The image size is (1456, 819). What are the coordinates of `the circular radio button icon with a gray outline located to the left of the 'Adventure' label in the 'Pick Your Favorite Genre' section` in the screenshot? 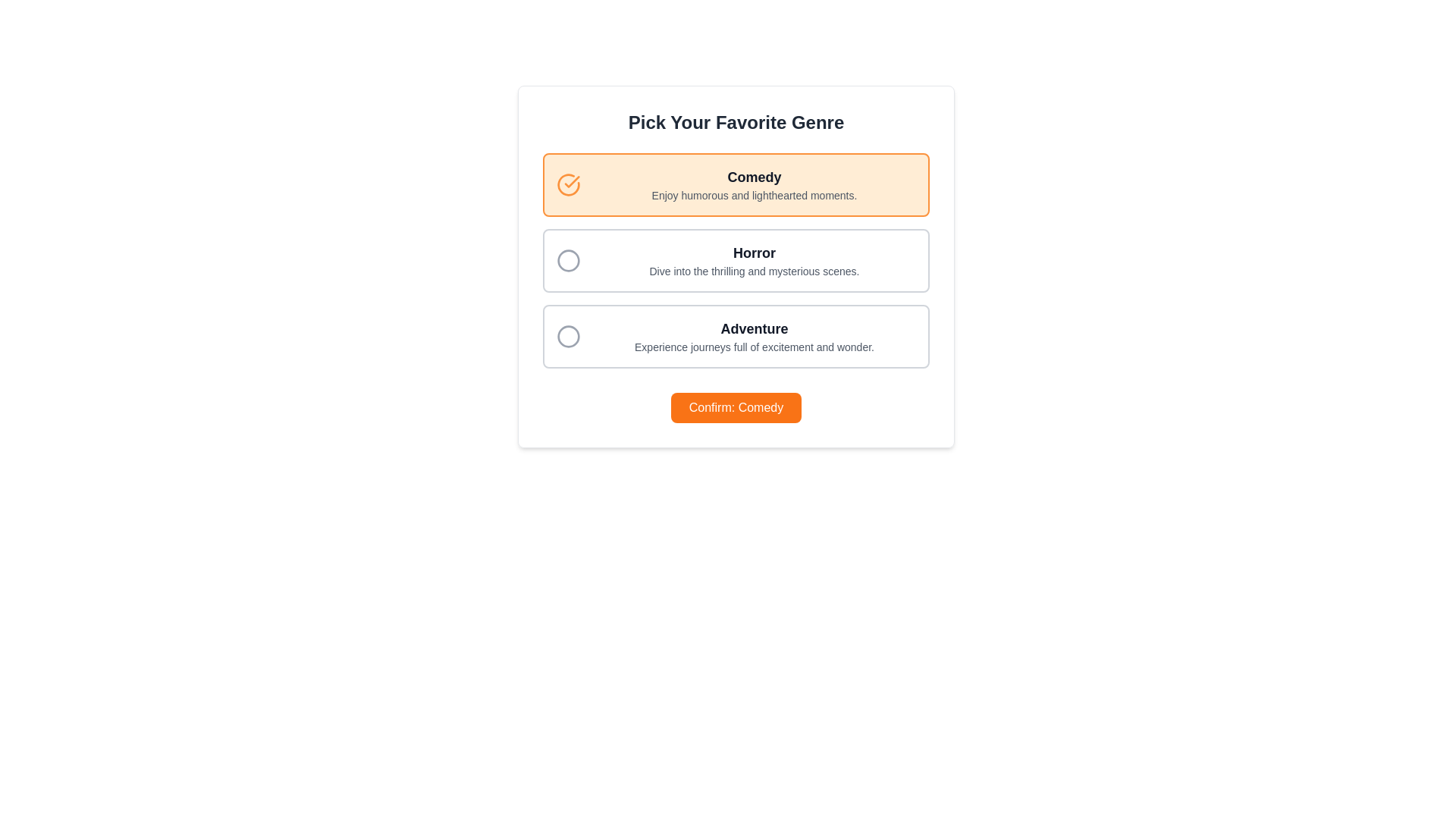 It's located at (567, 335).